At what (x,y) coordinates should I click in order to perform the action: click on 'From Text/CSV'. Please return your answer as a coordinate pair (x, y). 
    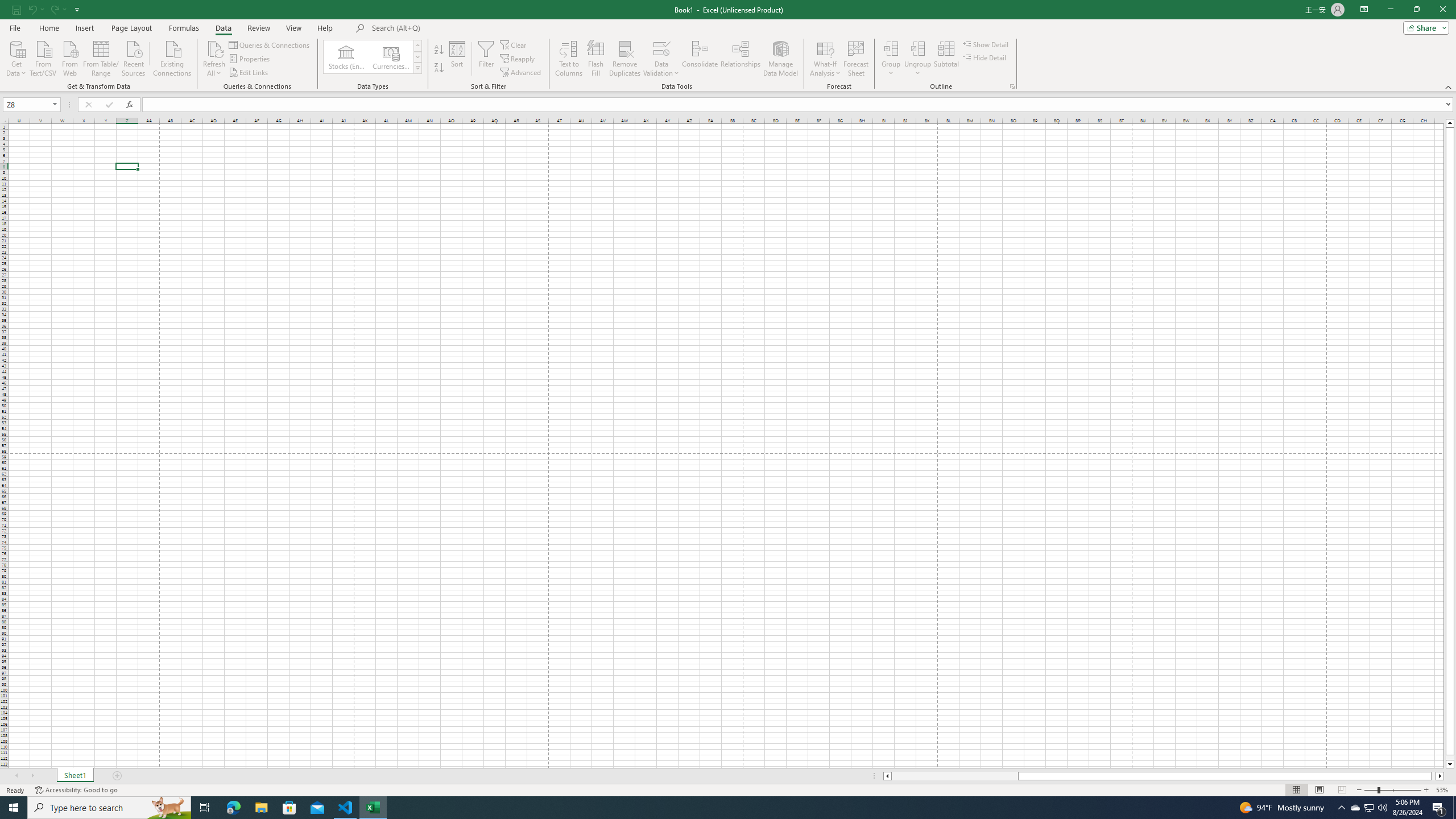
    Looking at the image, I should click on (43, 57).